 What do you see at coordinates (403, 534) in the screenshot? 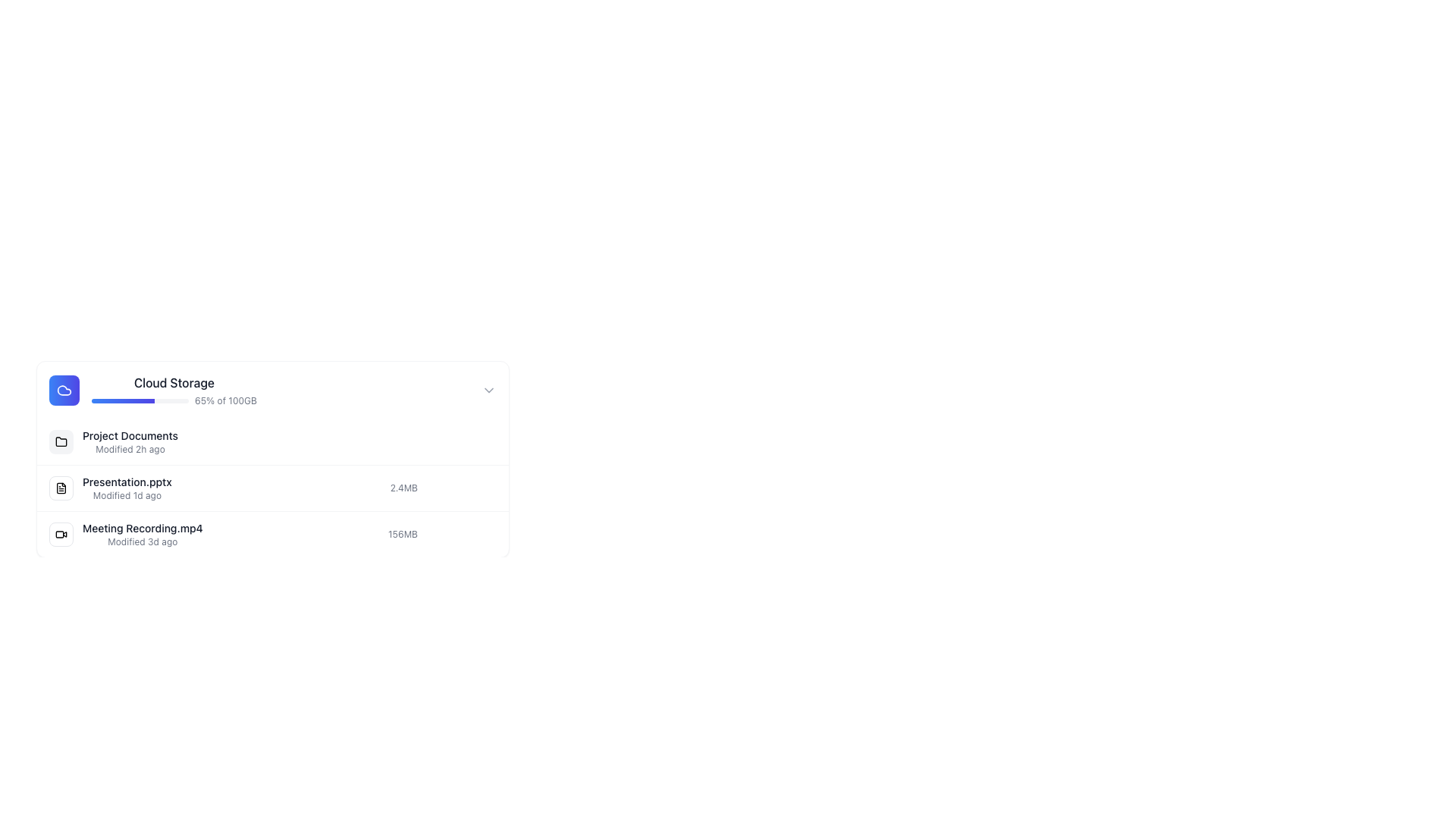
I see `the text label displaying the file size '156MB', which is styled in gray color and located beside the filename 'Meeting Recording.mp4' in the third row of the file list` at bounding box center [403, 534].